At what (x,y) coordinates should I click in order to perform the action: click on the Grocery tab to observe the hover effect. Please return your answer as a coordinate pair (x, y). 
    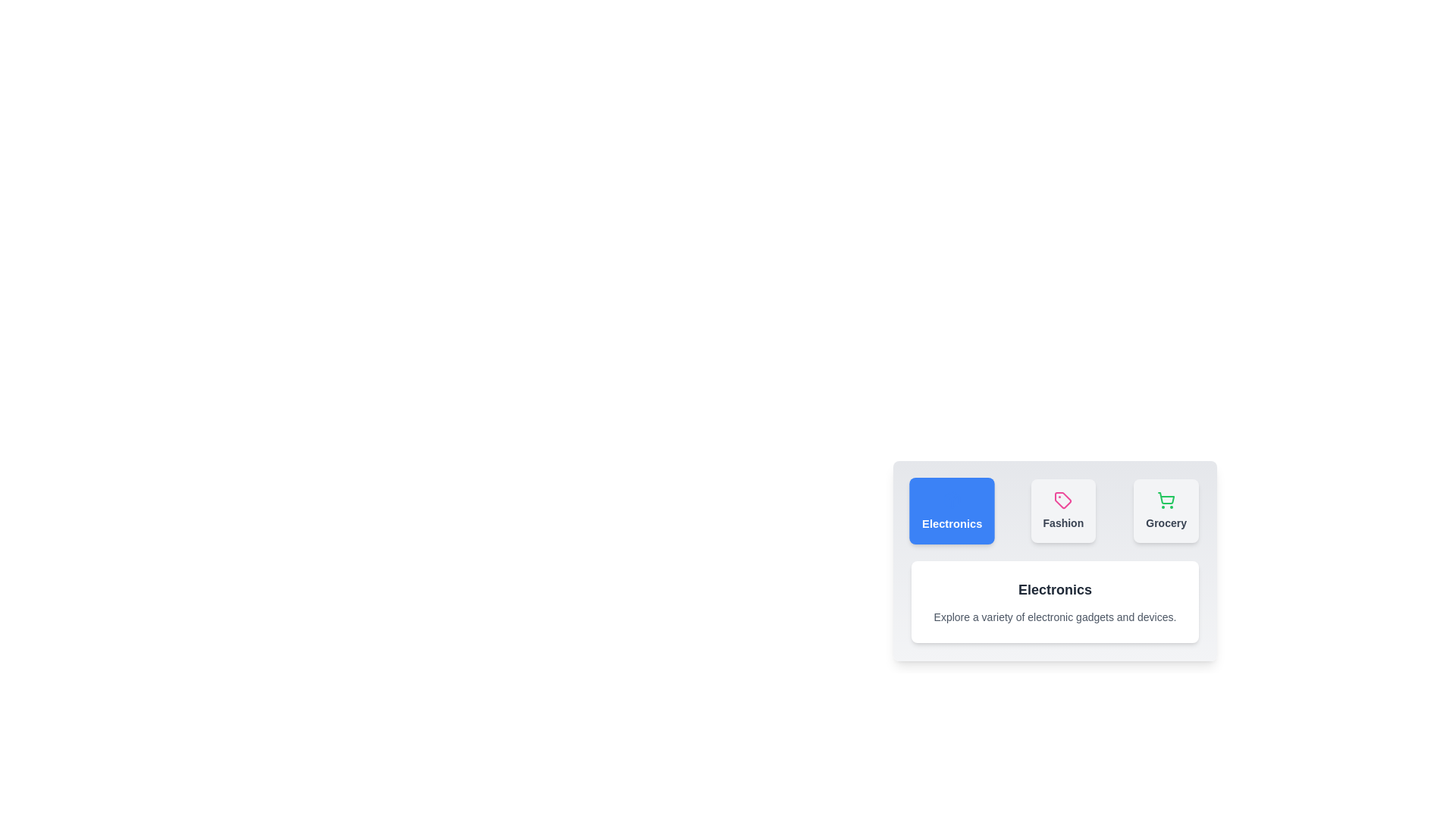
    Looking at the image, I should click on (1166, 511).